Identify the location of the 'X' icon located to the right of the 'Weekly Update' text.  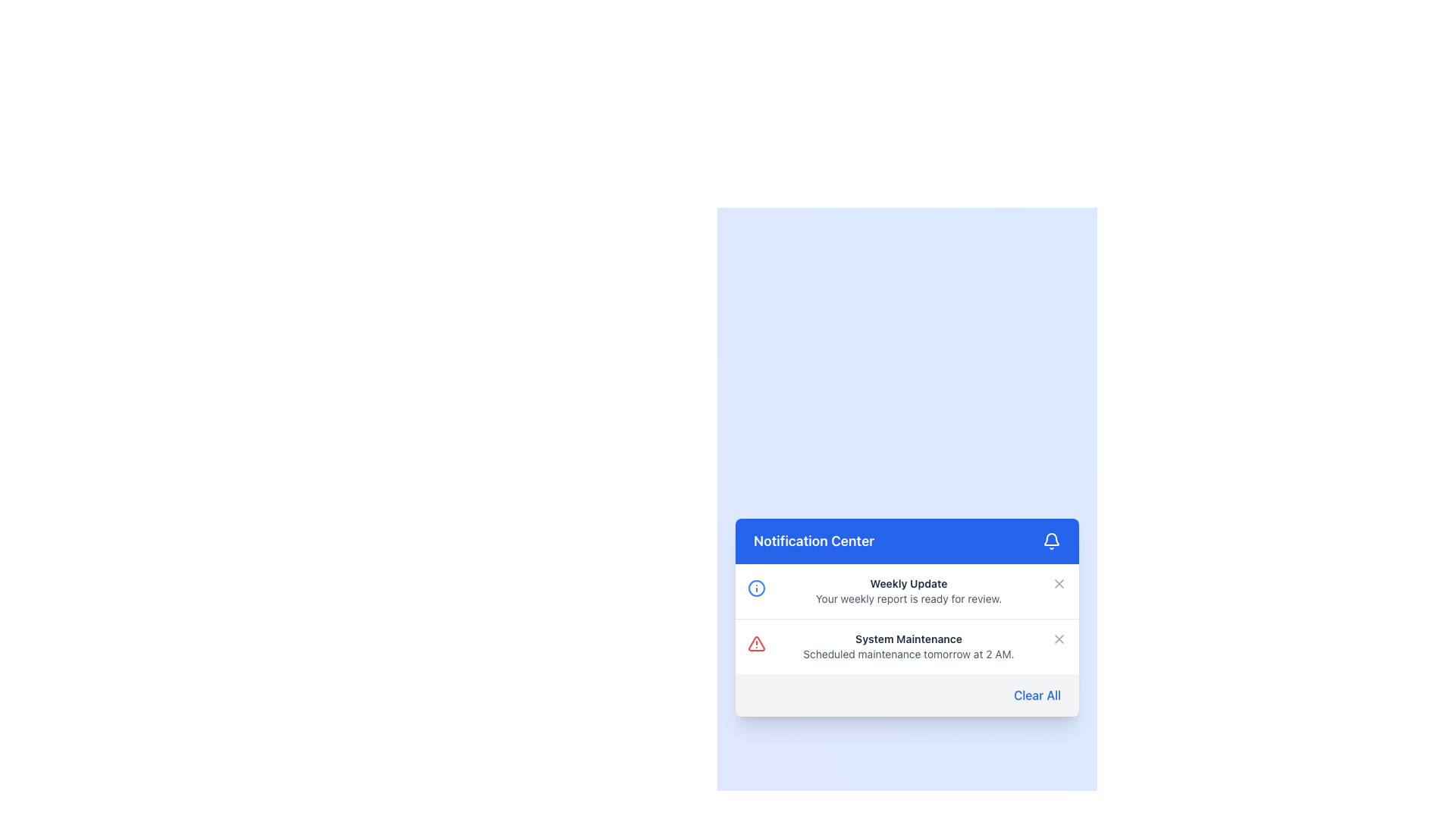
(1058, 582).